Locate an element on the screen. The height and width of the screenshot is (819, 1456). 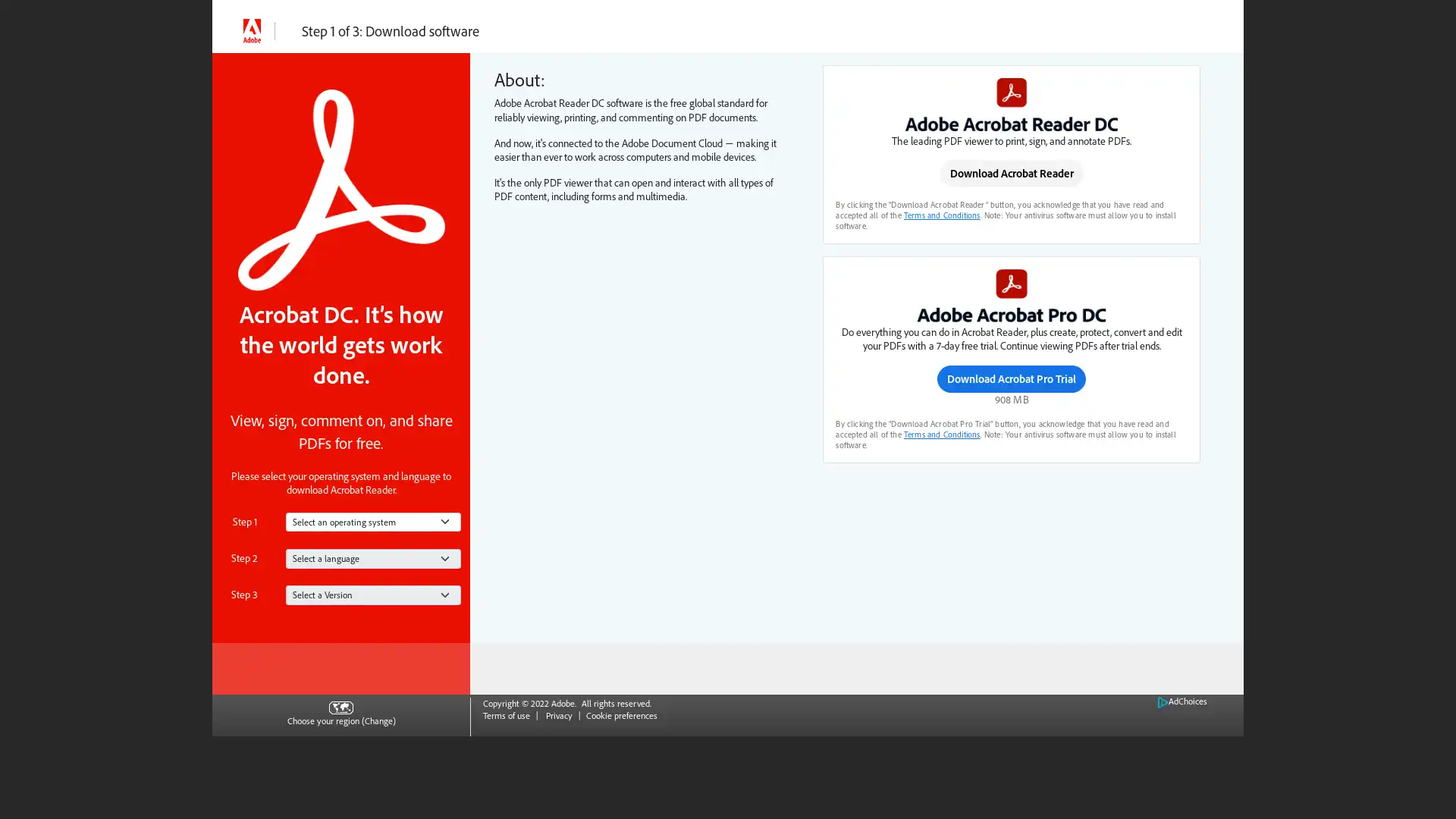
Download Acrobat Reader is located at coordinates (1011, 172).